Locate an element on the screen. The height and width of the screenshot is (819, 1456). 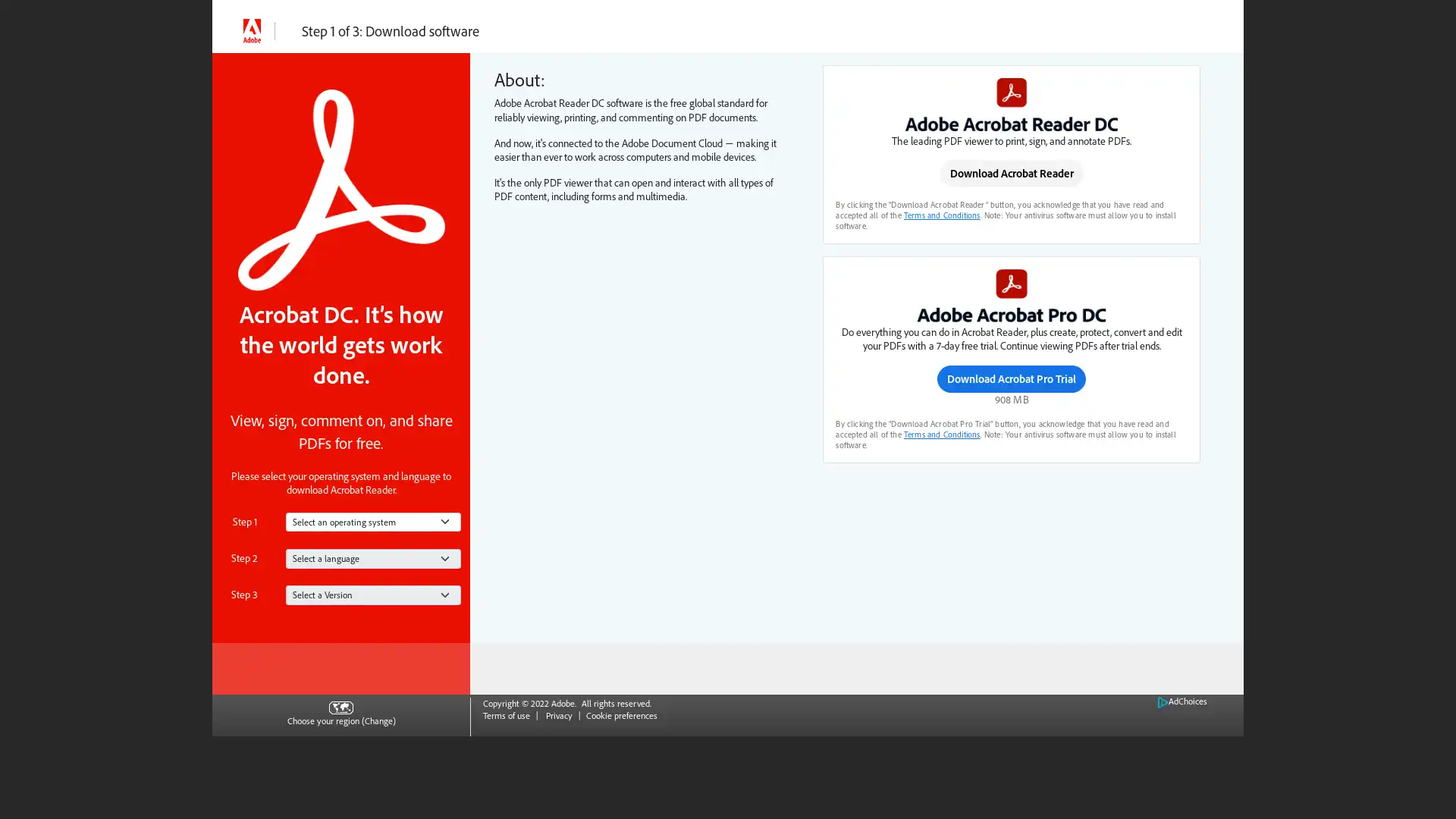
Download Acrobat Reader is located at coordinates (1011, 172).